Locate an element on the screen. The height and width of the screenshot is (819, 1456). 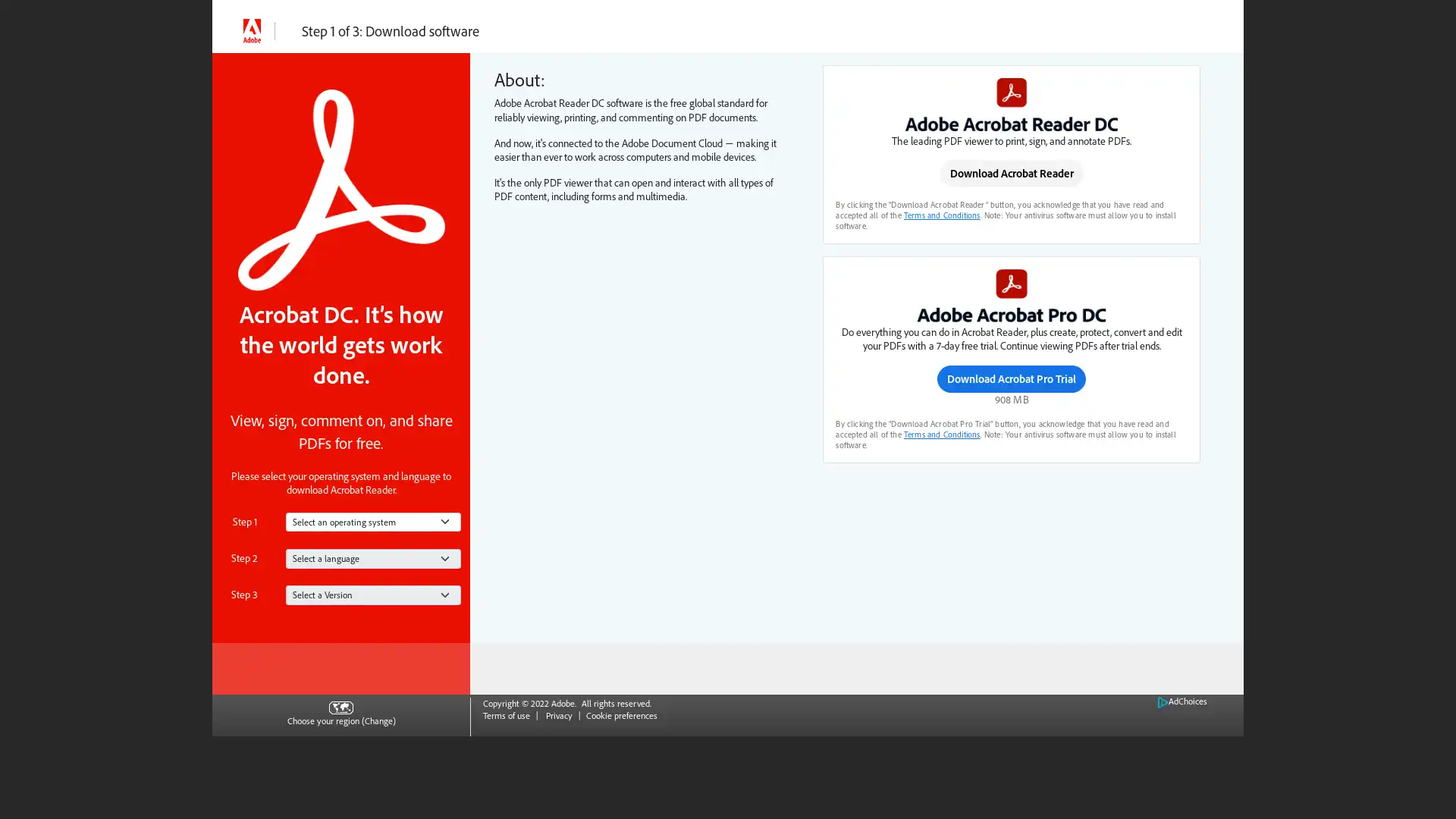
Download Acrobat Reader is located at coordinates (1011, 172).